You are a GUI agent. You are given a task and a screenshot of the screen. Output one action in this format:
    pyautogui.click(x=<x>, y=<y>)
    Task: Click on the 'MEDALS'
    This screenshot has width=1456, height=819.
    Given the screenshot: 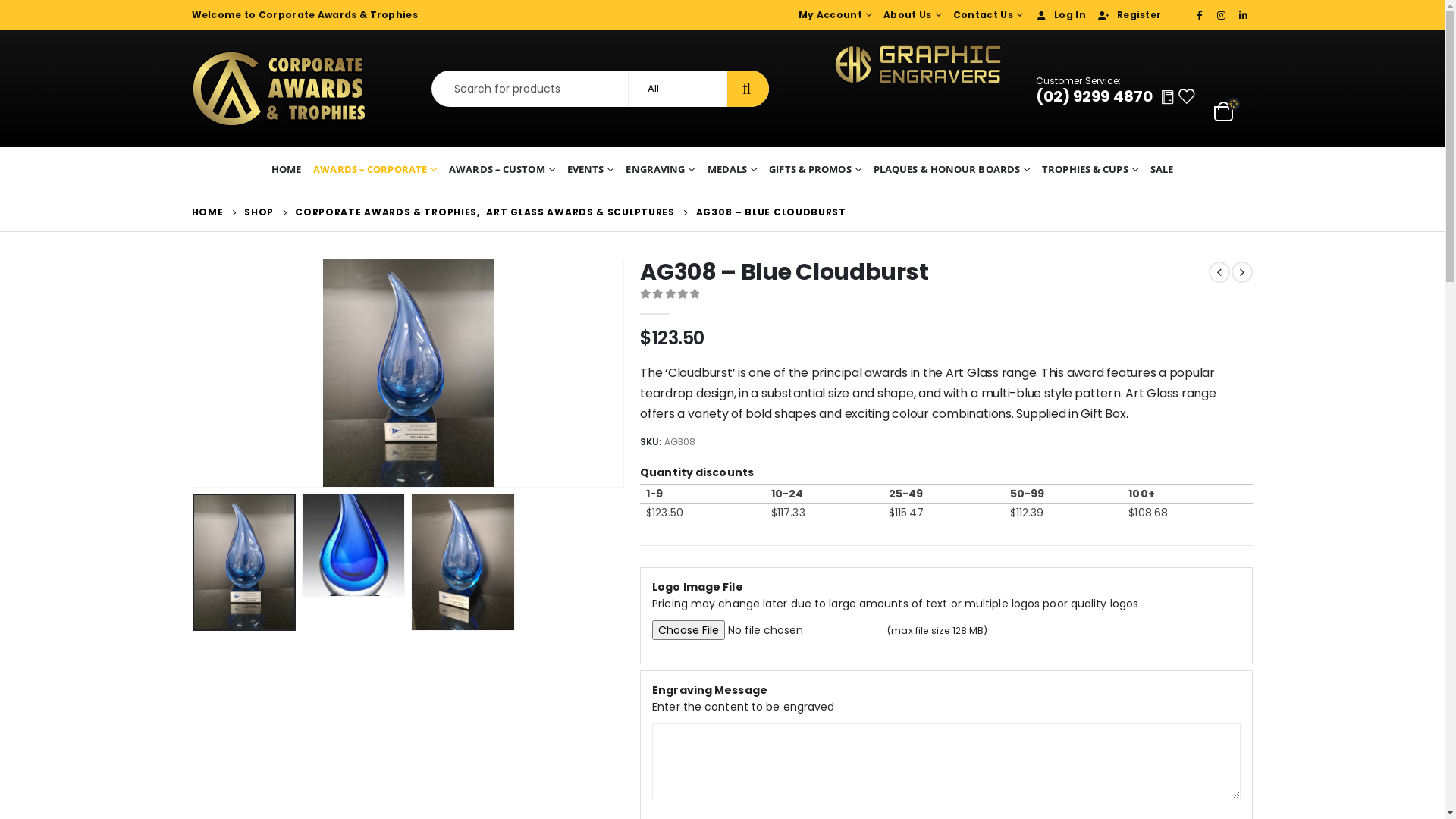 What is the action you would take?
    pyautogui.click(x=732, y=169)
    